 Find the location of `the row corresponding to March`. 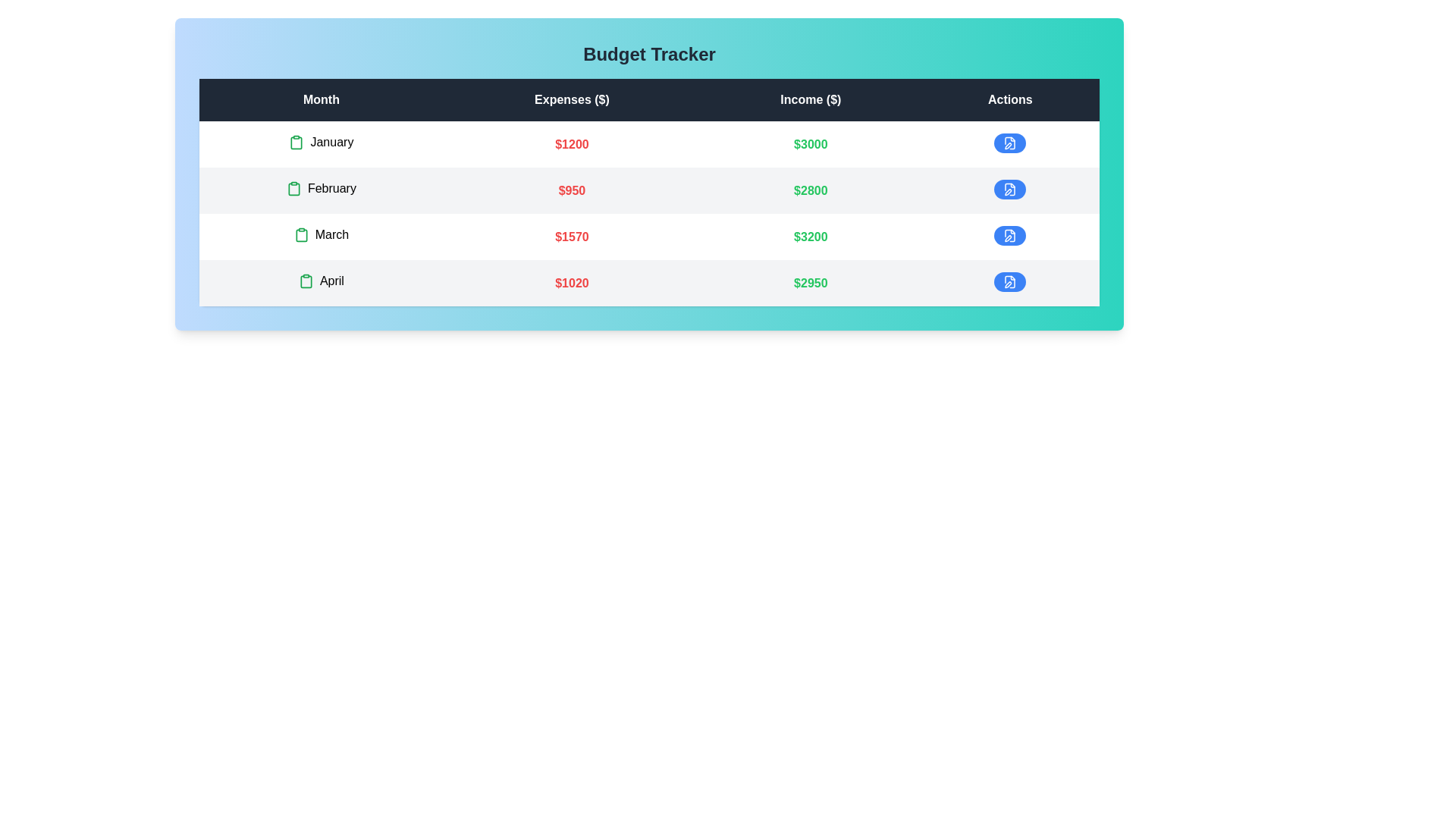

the row corresponding to March is located at coordinates (649, 237).